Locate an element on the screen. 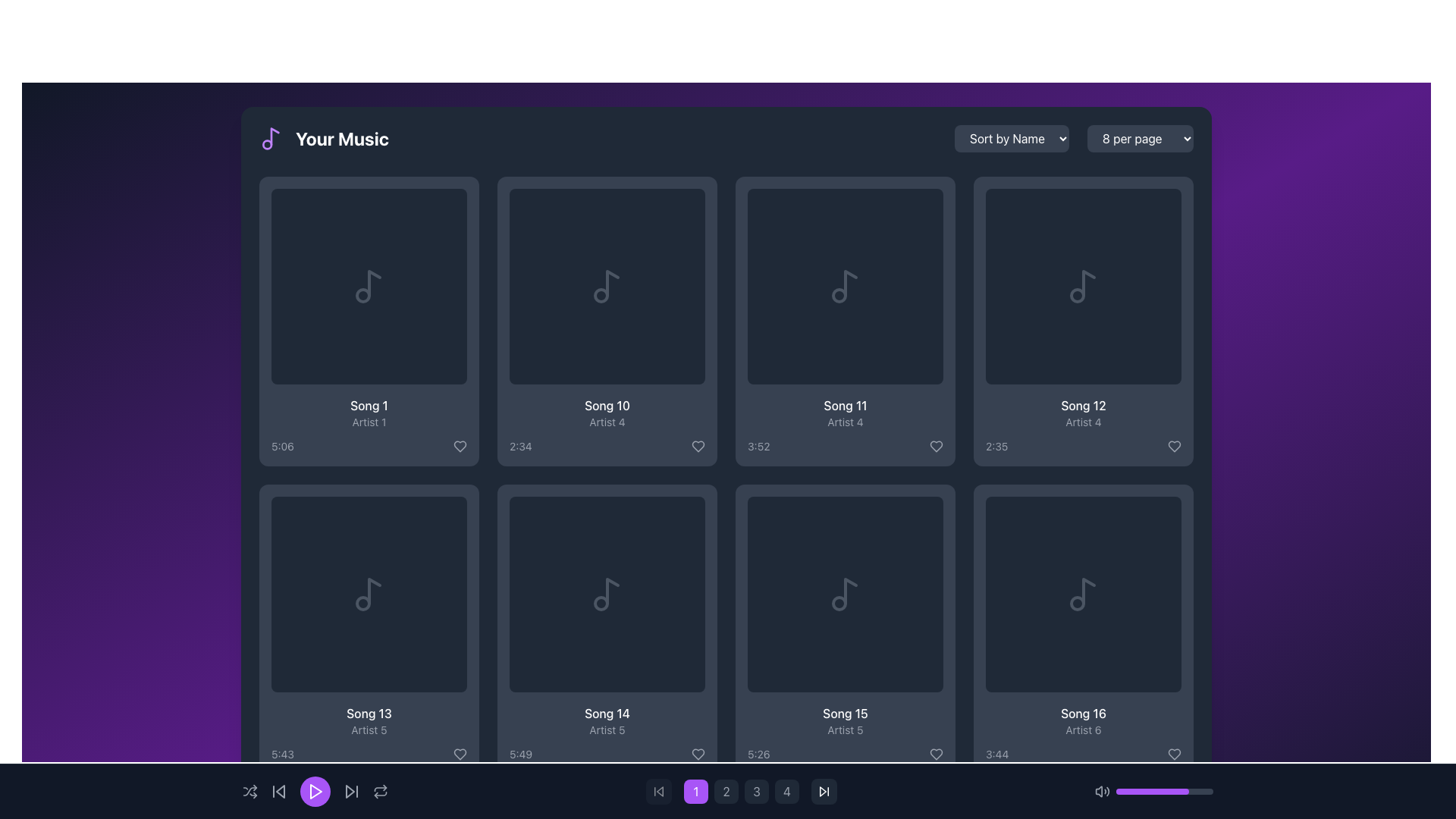  the music track card located is located at coordinates (607, 321).